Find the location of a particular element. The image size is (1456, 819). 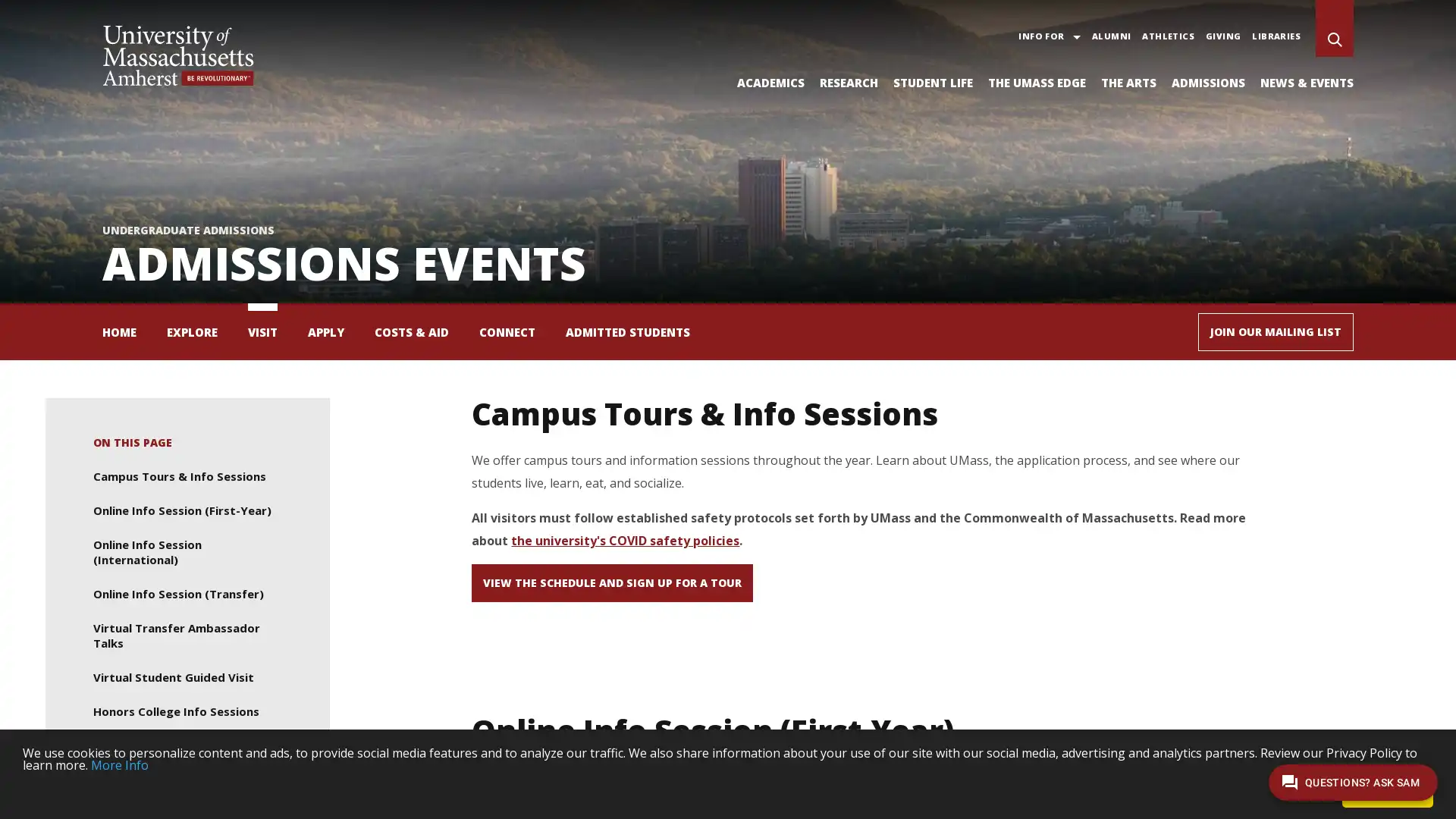

Search UMass Amherst is located at coordinates (1335, 40).